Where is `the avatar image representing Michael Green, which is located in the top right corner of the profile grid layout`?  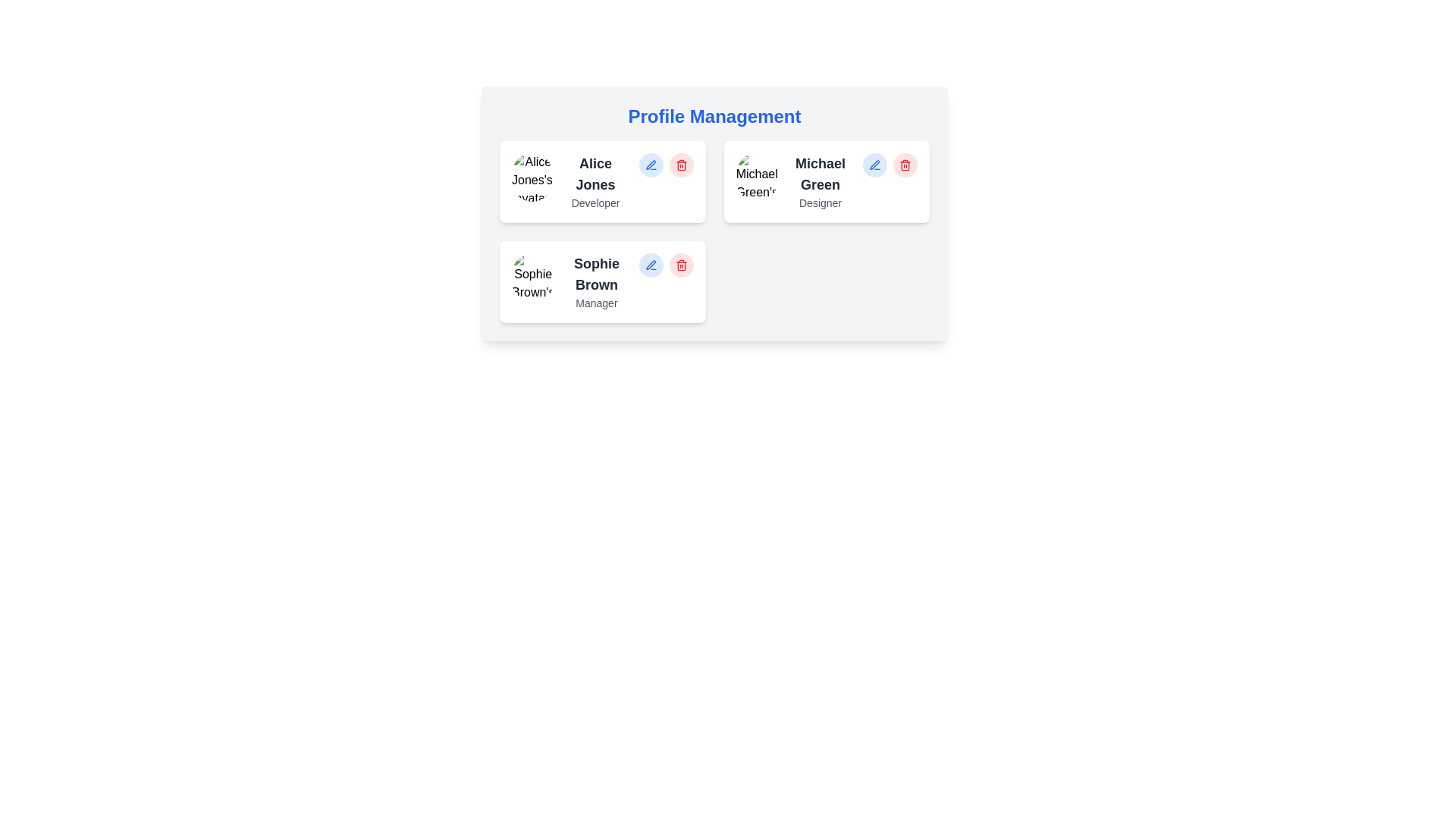
the avatar image representing Michael Green, which is located in the top right corner of the profile grid layout is located at coordinates (757, 177).